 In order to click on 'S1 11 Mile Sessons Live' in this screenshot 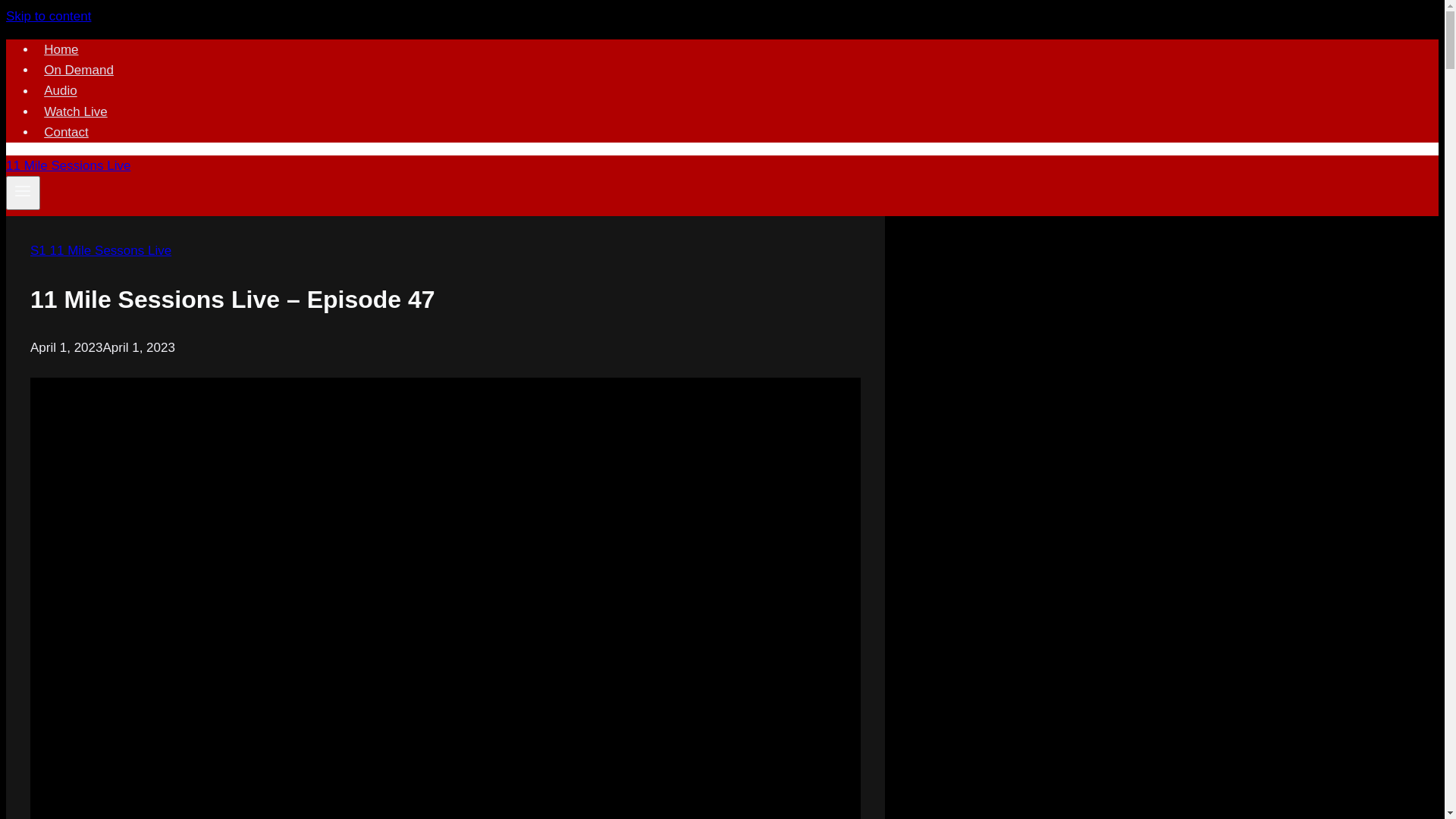, I will do `click(100, 249)`.